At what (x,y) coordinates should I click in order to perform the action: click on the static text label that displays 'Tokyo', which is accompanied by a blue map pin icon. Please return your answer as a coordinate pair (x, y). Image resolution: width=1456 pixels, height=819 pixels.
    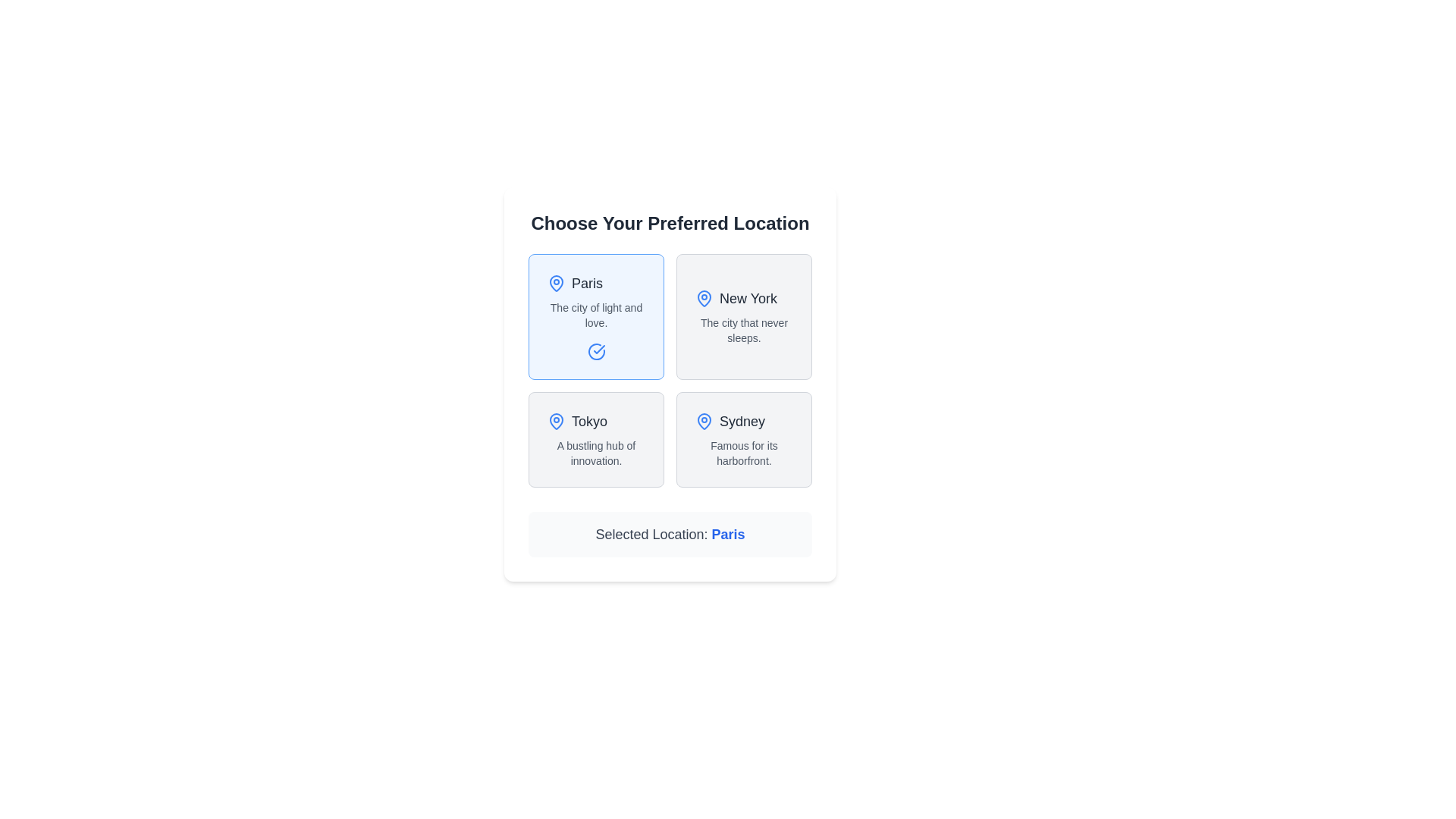
    Looking at the image, I should click on (595, 421).